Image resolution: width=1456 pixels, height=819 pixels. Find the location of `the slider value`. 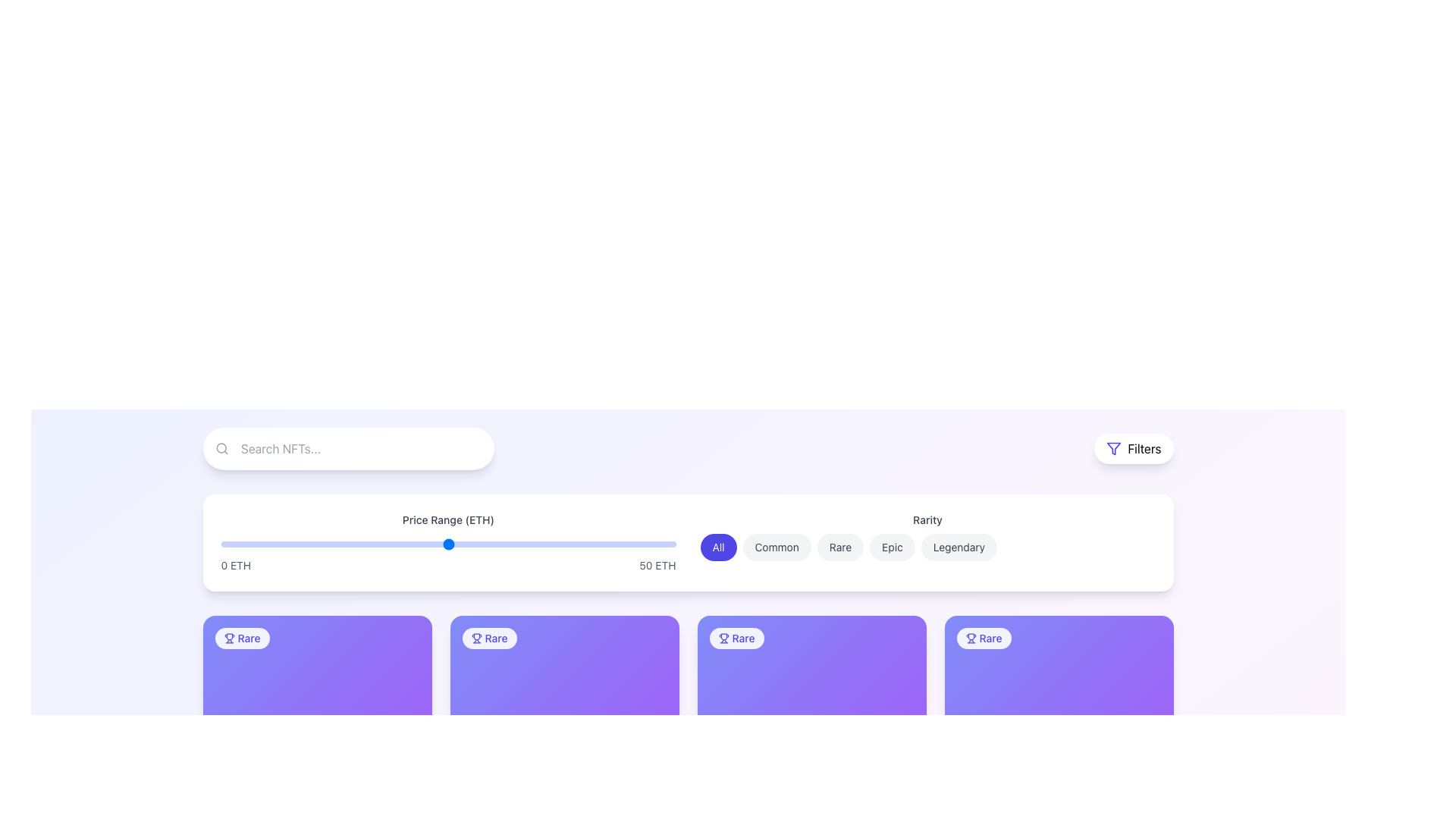

the slider value is located at coordinates (494, 543).